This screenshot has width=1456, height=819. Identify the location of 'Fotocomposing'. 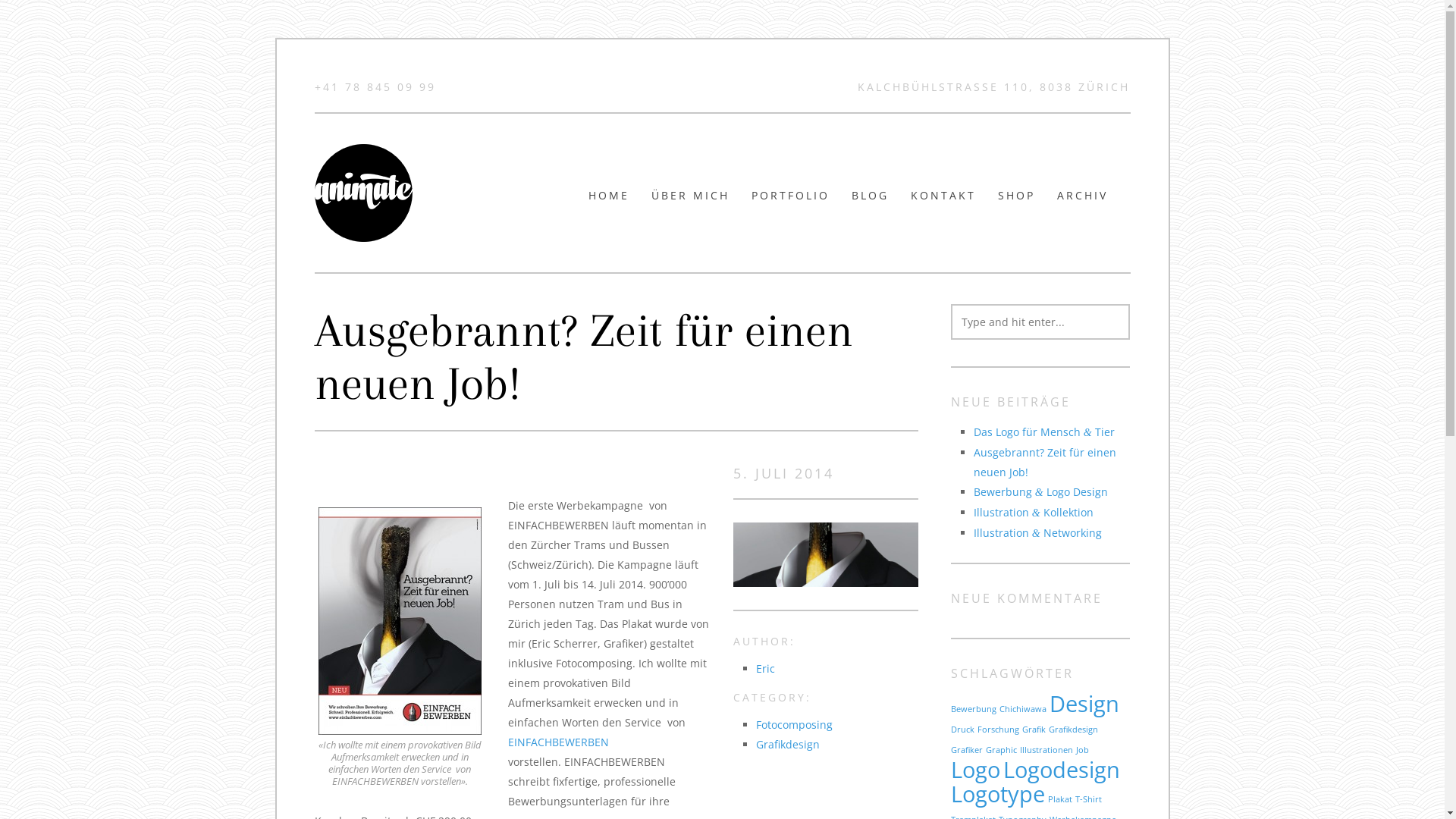
(756, 723).